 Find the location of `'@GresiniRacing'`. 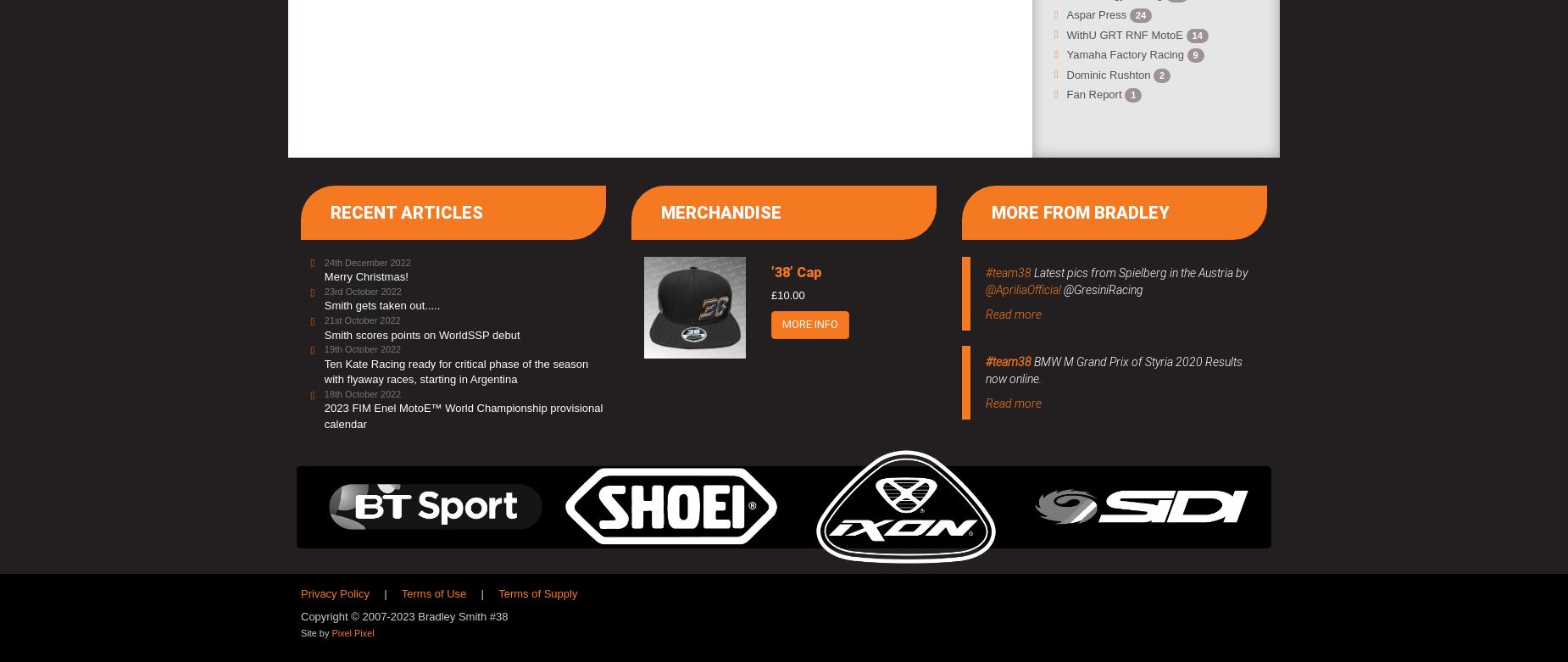

'@GresiniRacing' is located at coordinates (1103, 288).